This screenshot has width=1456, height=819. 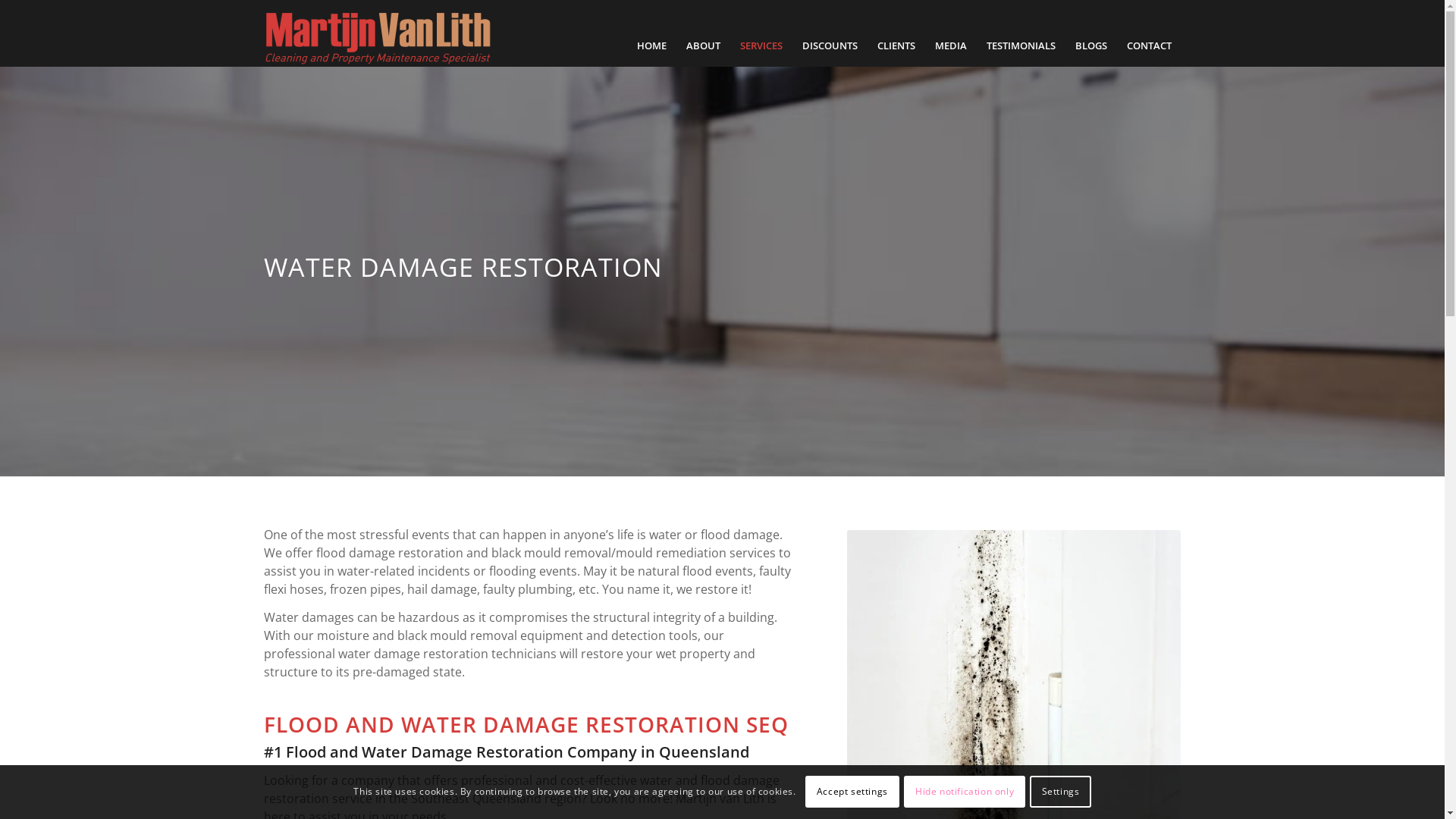 What do you see at coordinates (1059, 791) in the screenshot?
I see `'Settings'` at bounding box center [1059, 791].